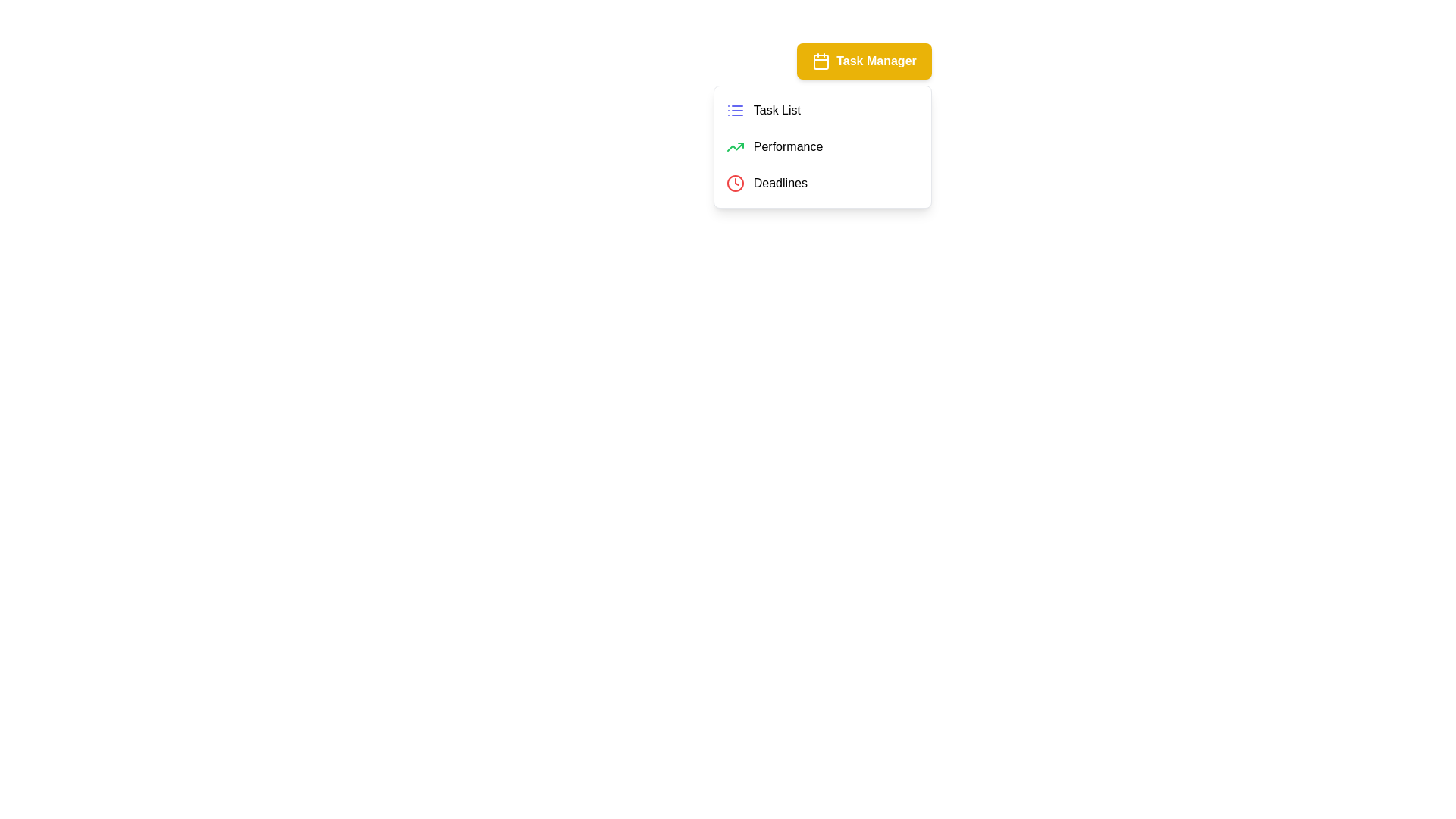  I want to click on the Performance icon in the Task Management Menu, so click(735, 146).